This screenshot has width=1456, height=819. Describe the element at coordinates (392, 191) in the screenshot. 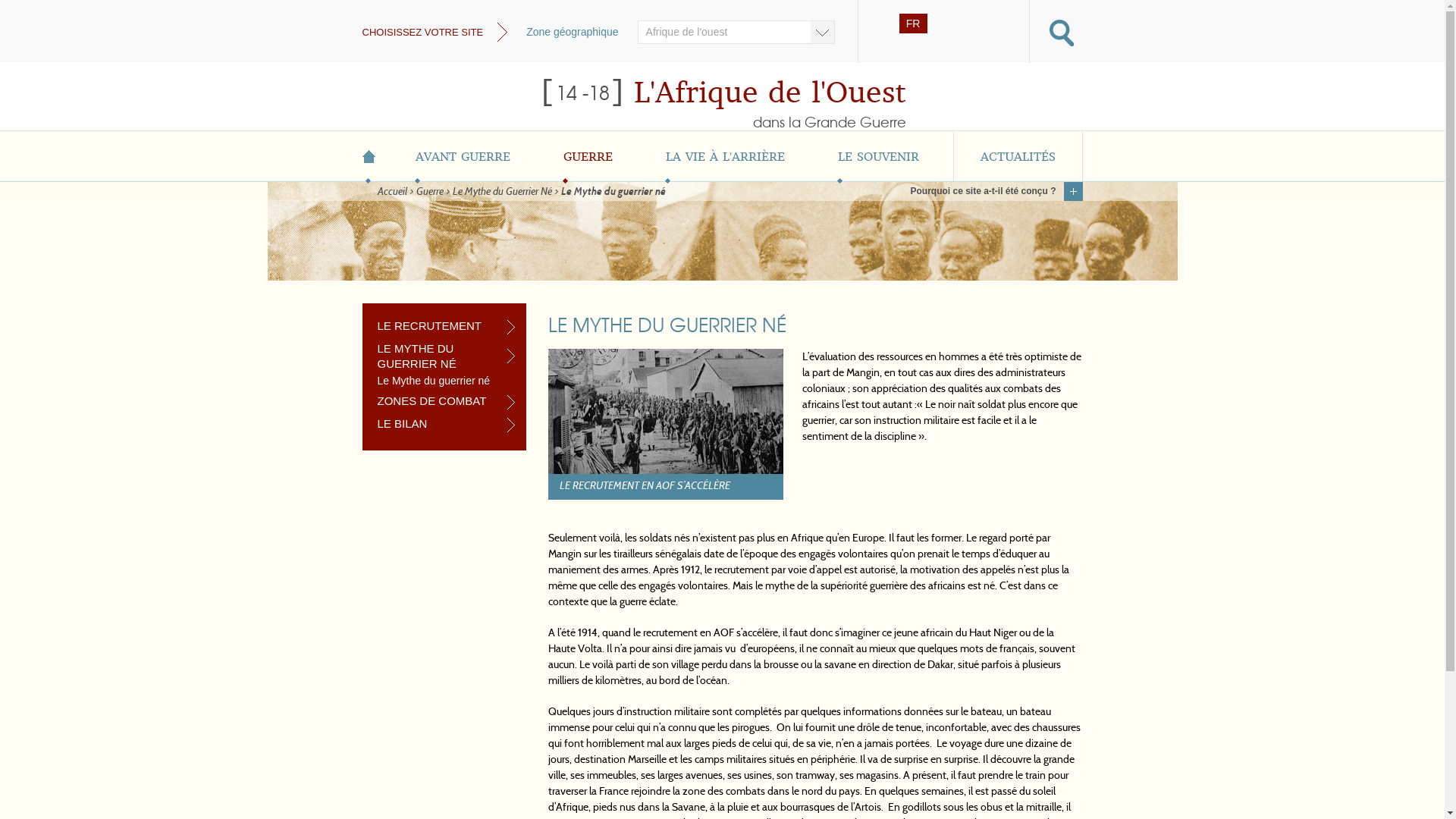

I see `'Accueil'` at that location.